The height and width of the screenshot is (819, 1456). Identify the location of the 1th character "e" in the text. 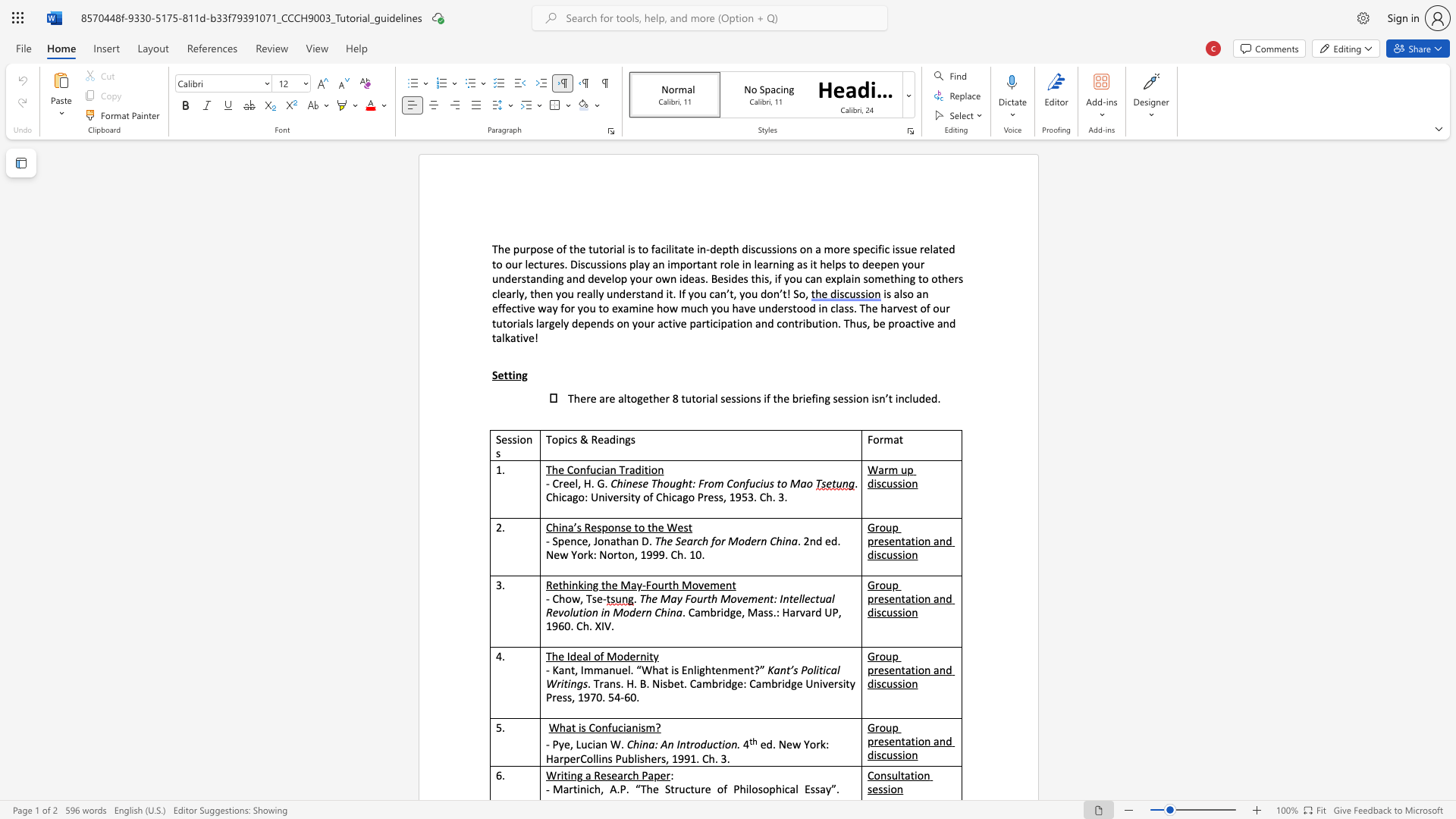
(736, 263).